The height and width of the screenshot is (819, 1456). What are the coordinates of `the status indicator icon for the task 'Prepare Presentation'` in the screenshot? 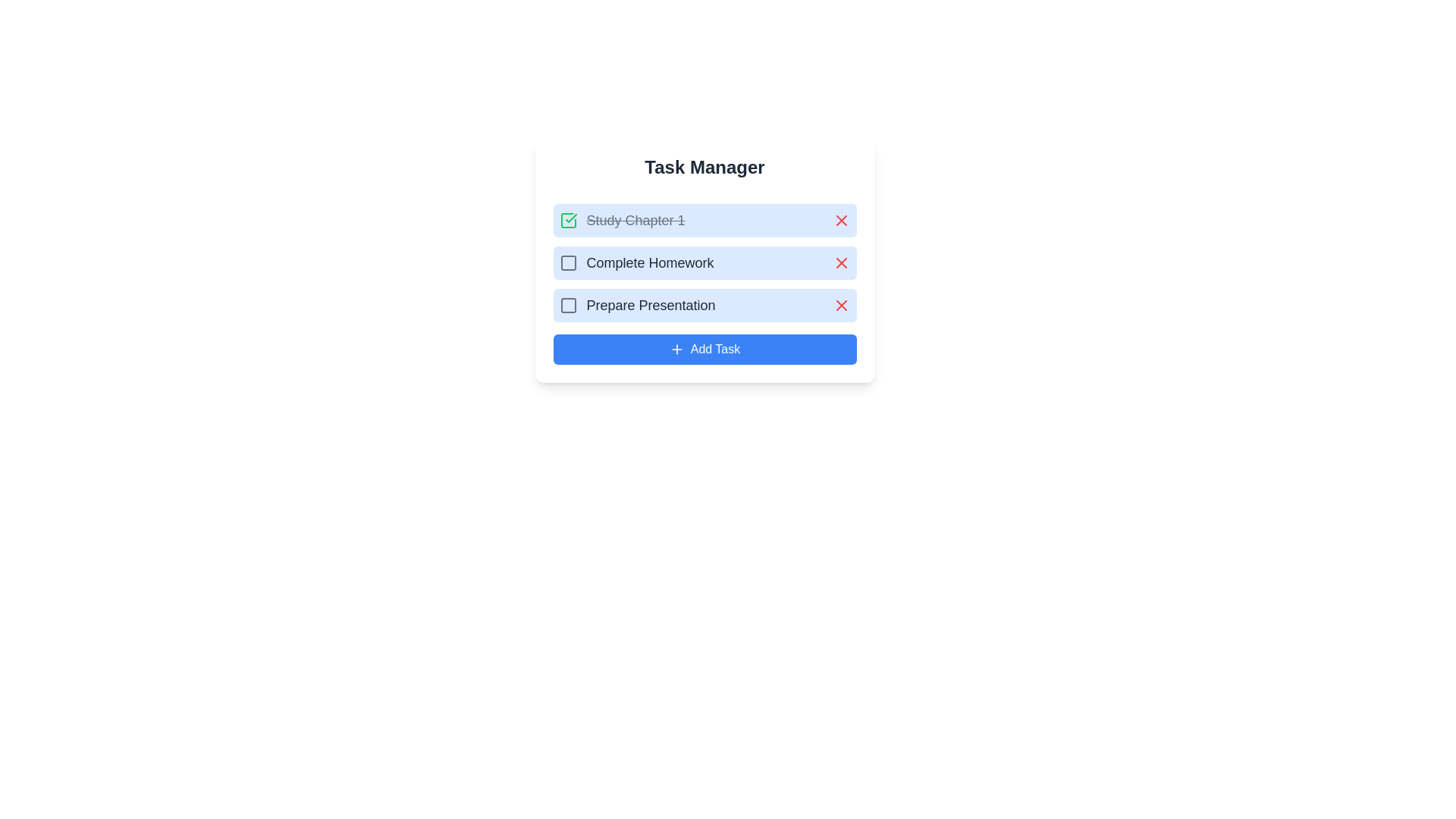 It's located at (567, 305).